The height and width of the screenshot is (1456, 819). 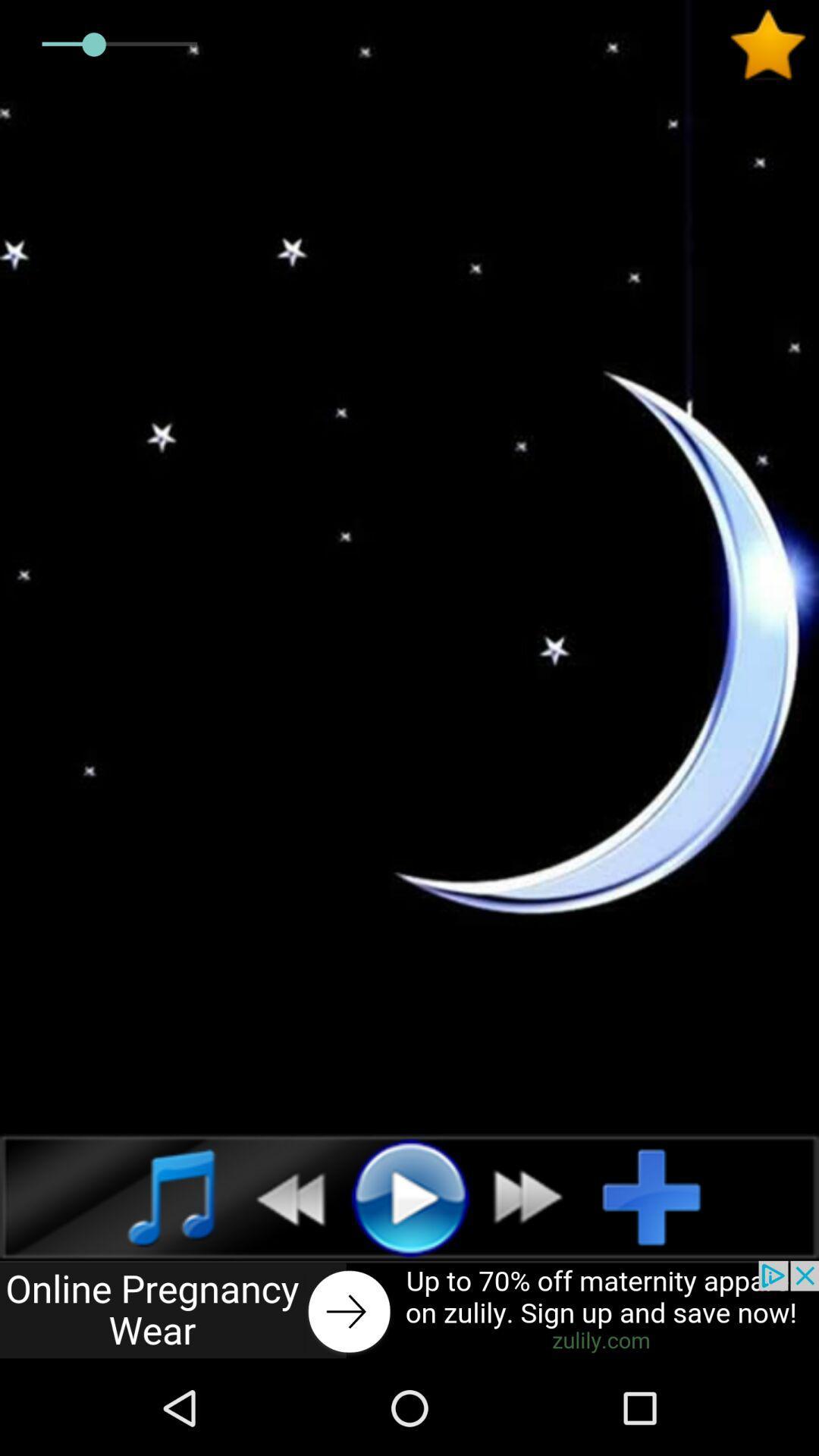 What do you see at coordinates (281, 1196) in the screenshot?
I see `the av_rewind icon` at bounding box center [281, 1196].